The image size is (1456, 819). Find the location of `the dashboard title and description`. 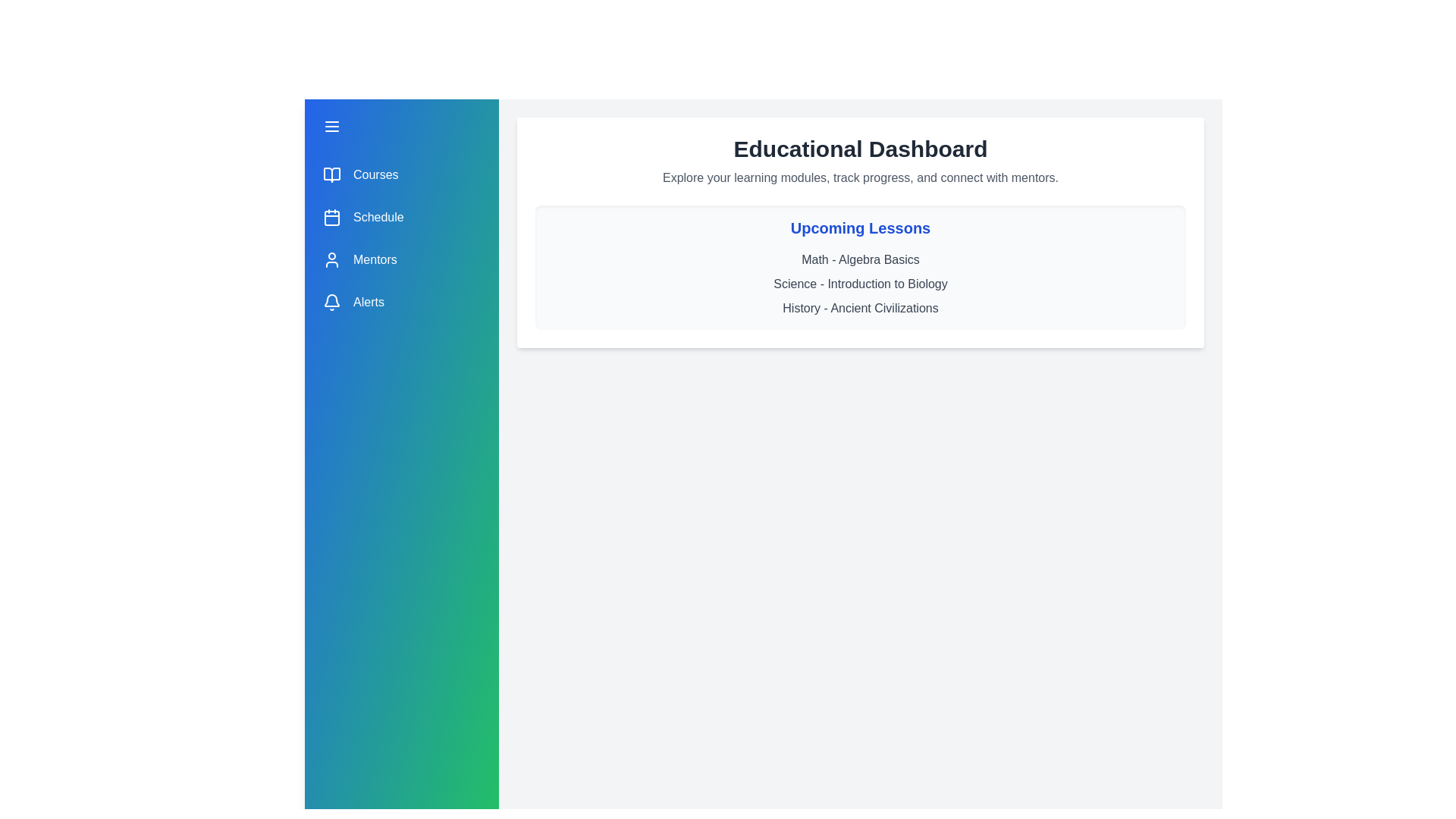

the dashboard title and description is located at coordinates (860, 149).